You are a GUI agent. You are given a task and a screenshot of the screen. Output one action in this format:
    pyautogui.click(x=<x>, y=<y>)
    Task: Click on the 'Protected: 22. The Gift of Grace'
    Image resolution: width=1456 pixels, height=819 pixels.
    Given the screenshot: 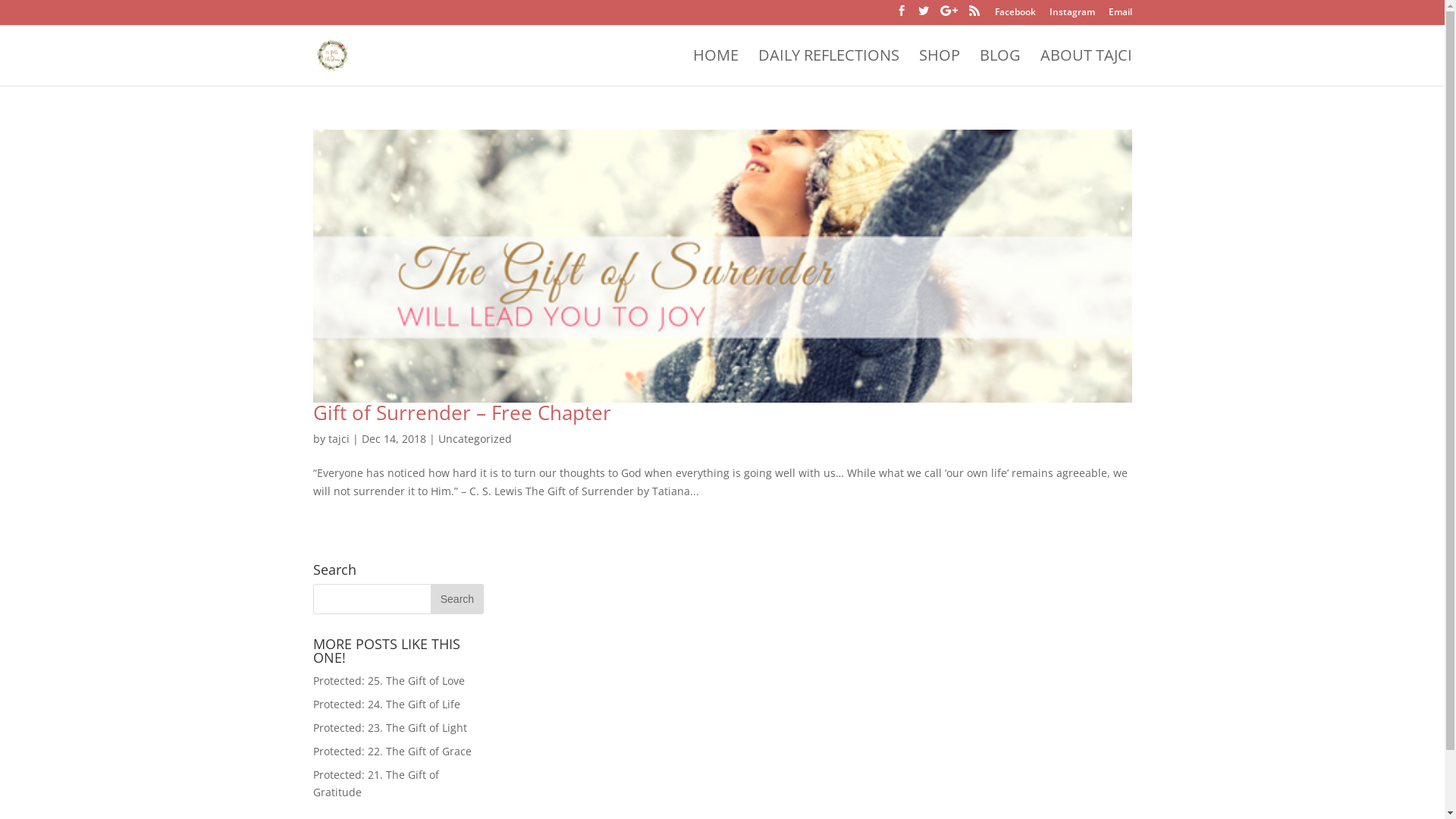 What is the action you would take?
    pyautogui.click(x=391, y=751)
    